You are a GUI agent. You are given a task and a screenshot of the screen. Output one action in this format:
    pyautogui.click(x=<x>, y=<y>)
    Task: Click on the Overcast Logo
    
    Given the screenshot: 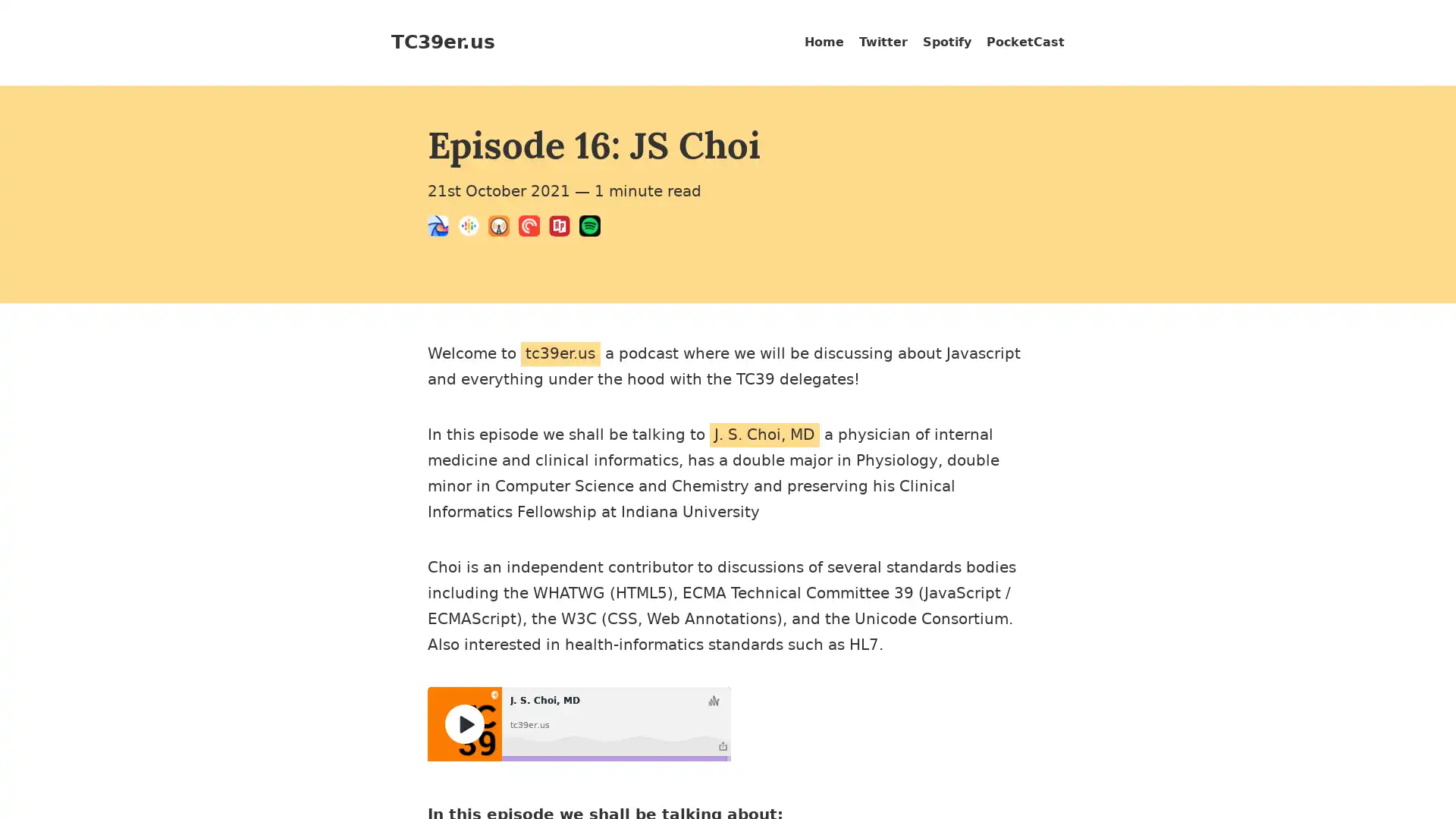 What is the action you would take?
    pyautogui.click(x=503, y=228)
    